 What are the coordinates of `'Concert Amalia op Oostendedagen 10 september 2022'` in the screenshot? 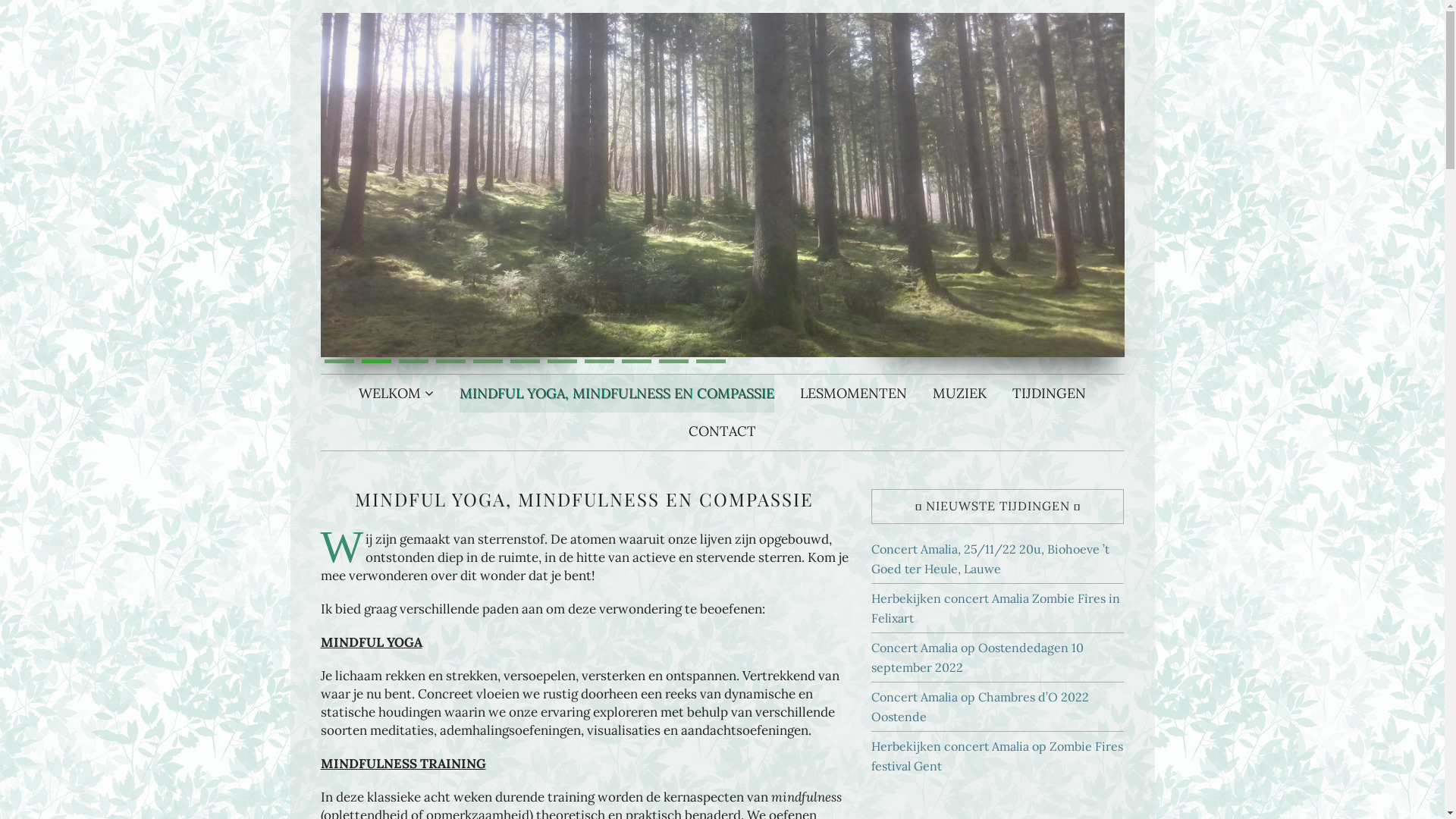 It's located at (977, 657).